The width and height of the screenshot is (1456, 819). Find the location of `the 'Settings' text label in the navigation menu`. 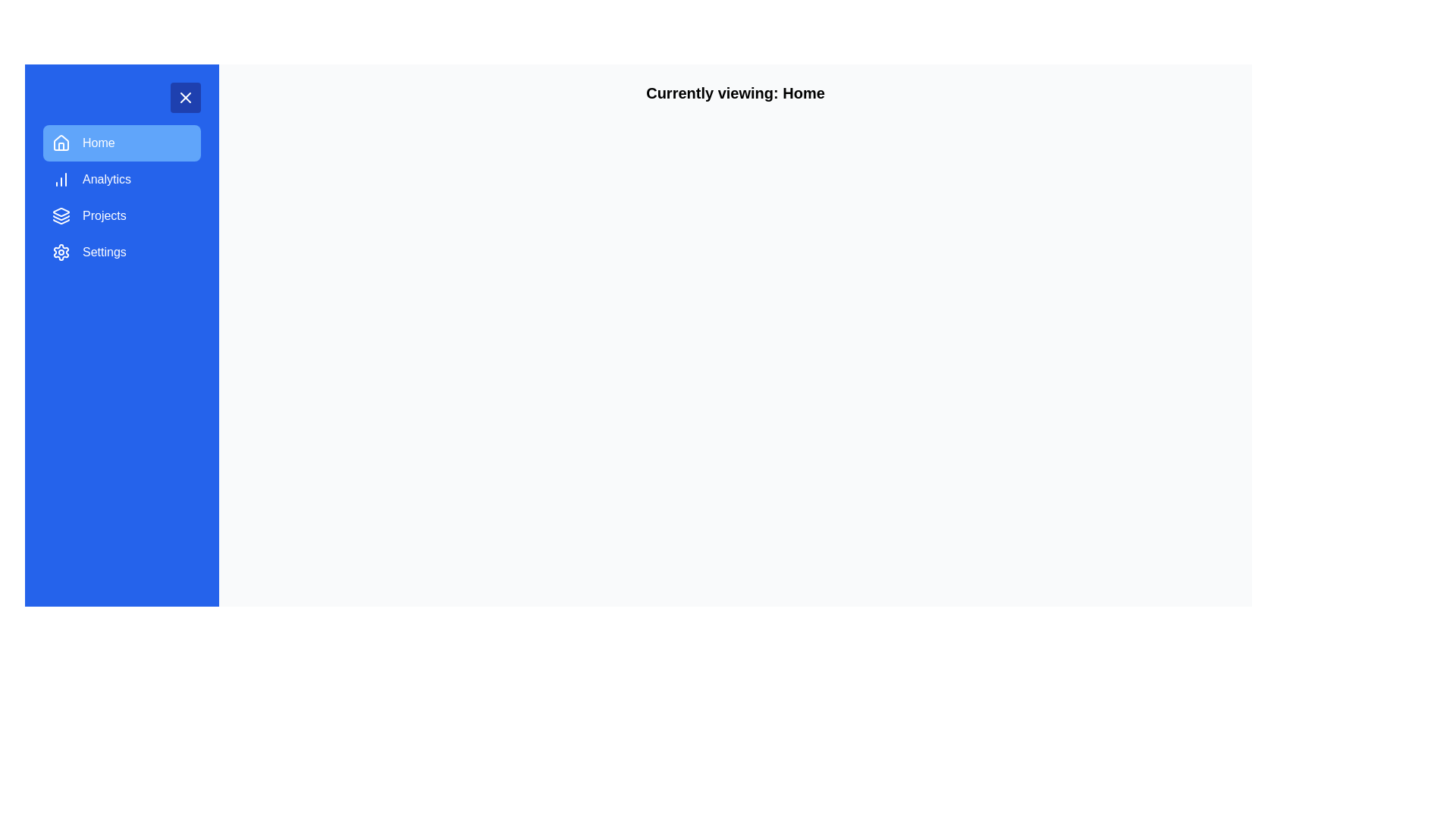

the 'Settings' text label in the navigation menu is located at coordinates (103, 251).